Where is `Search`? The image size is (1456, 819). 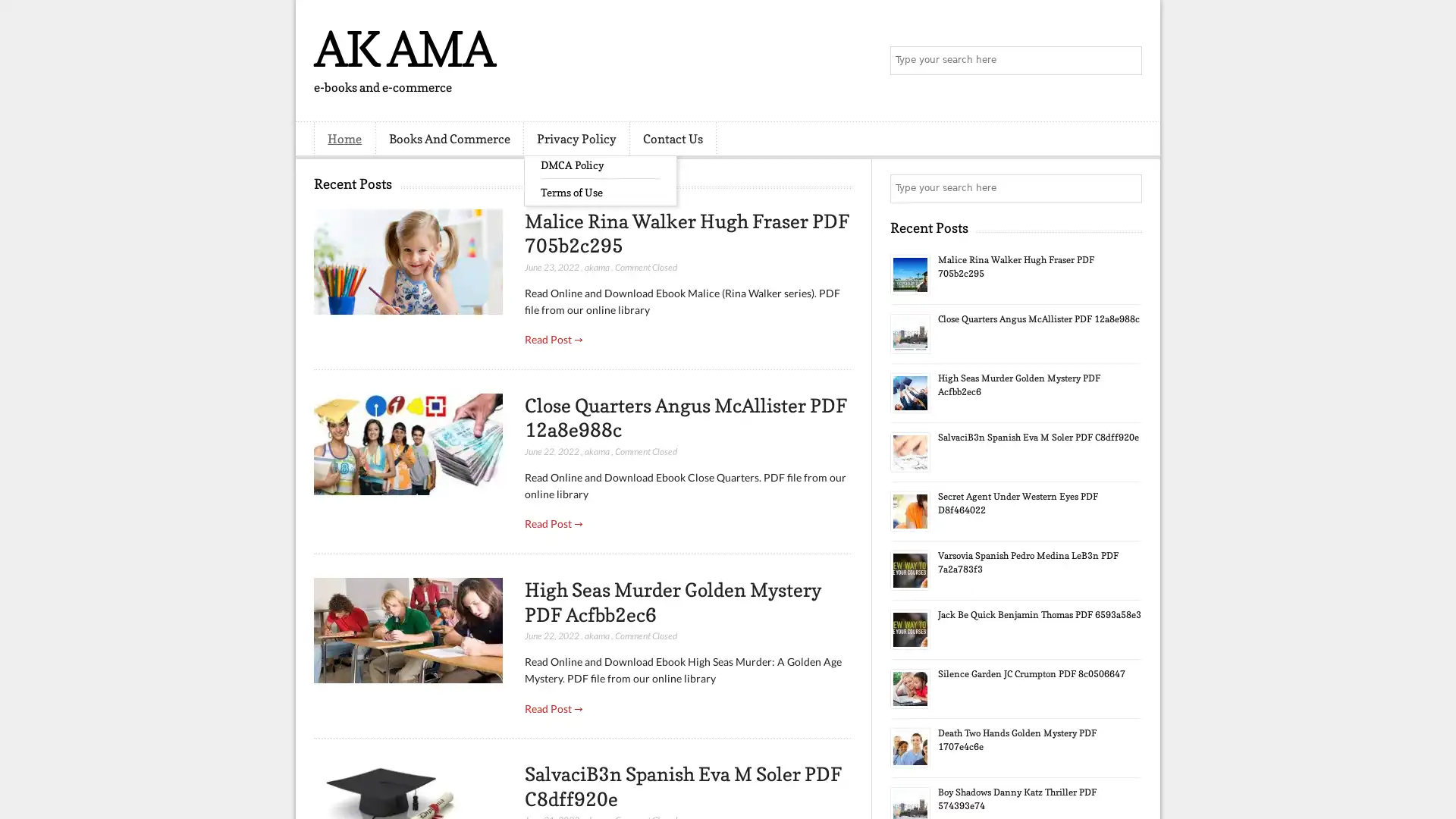 Search is located at coordinates (1126, 61).